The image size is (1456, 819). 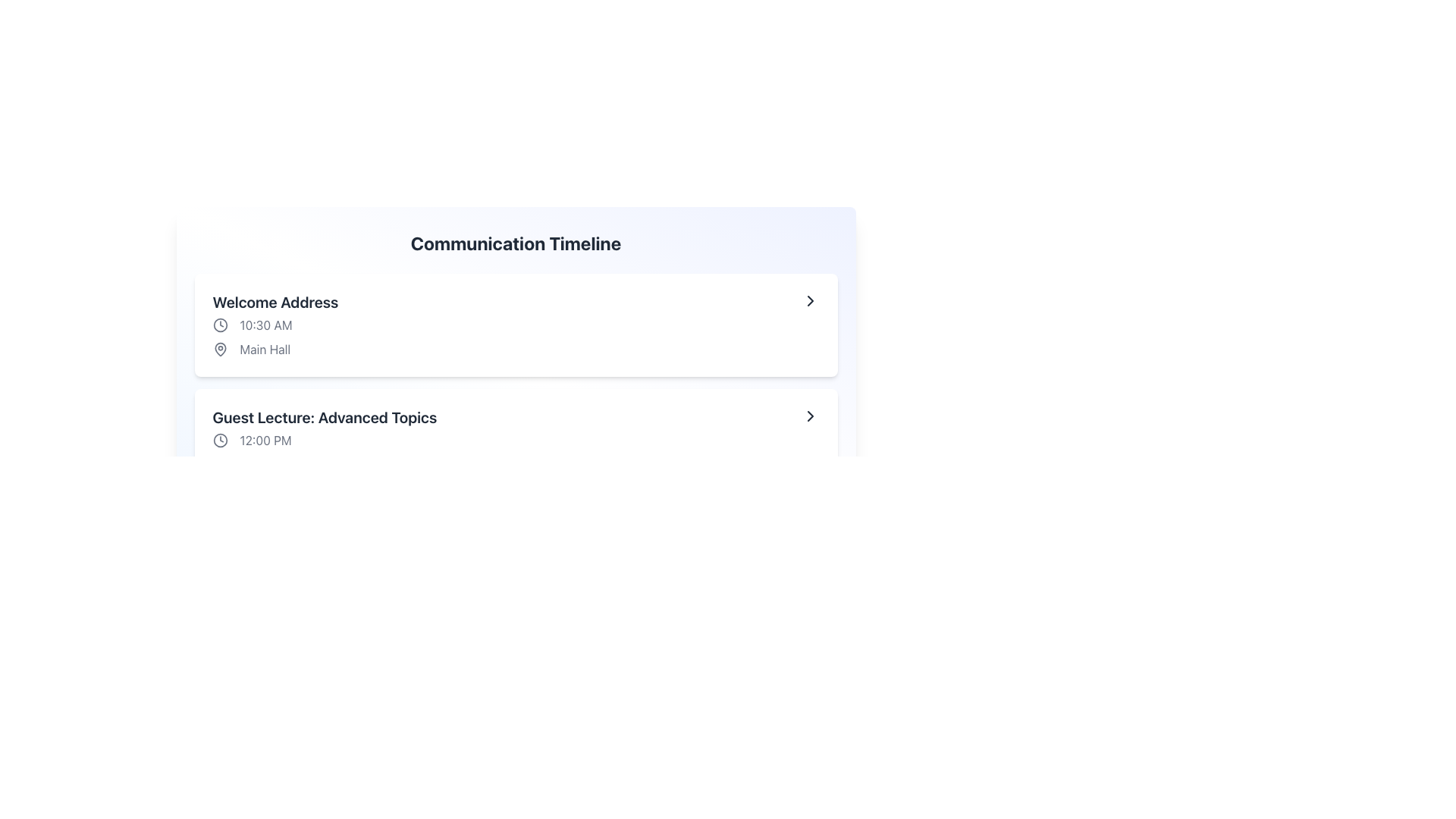 I want to click on the small rightward pointing chevron icon within the 'Guest Lecture: Advanced Topics' section, so click(x=809, y=416).